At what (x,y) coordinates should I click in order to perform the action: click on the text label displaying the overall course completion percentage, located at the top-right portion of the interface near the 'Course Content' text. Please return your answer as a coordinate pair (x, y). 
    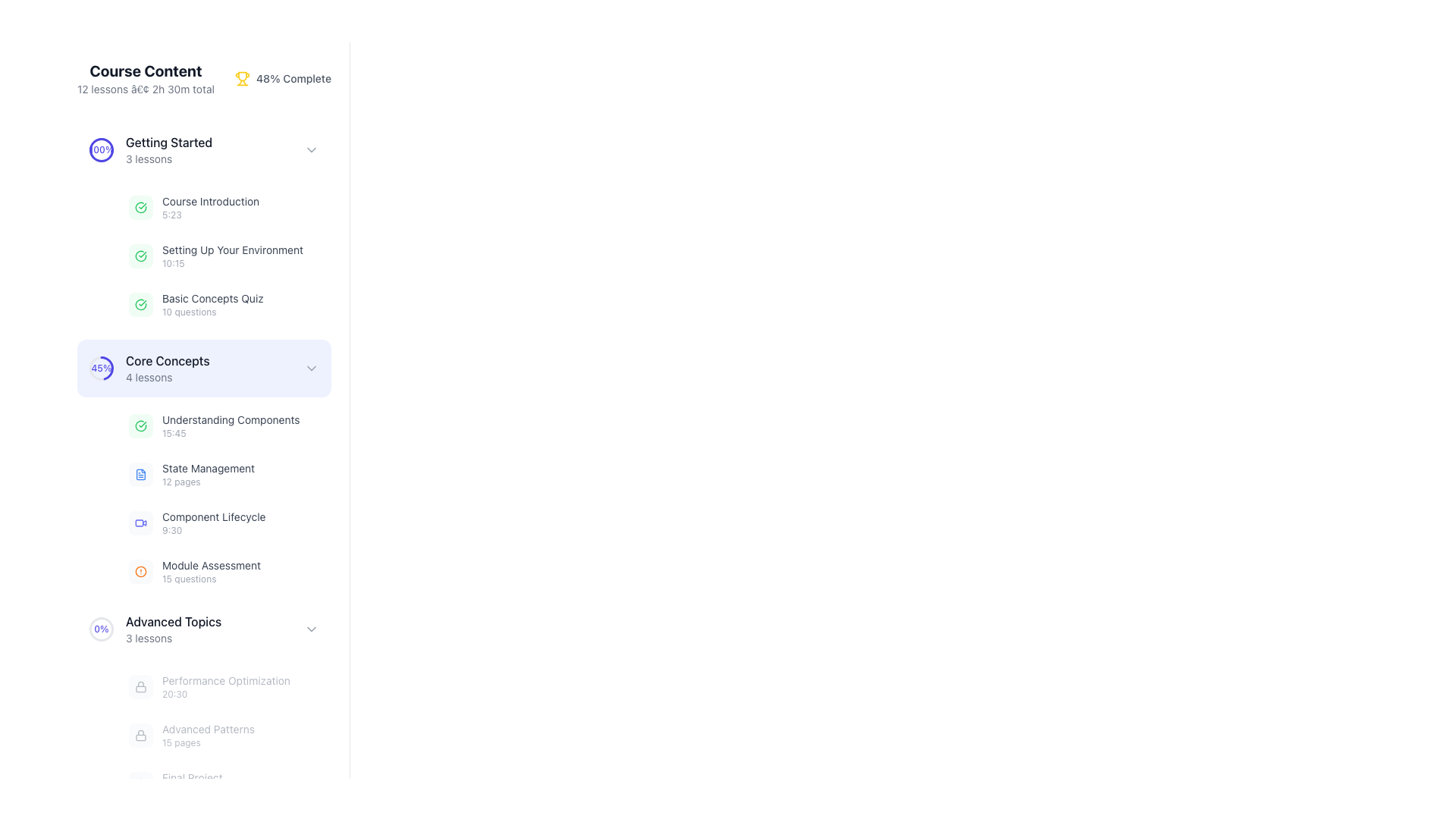
    Looking at the image, I should click on (293, 79).